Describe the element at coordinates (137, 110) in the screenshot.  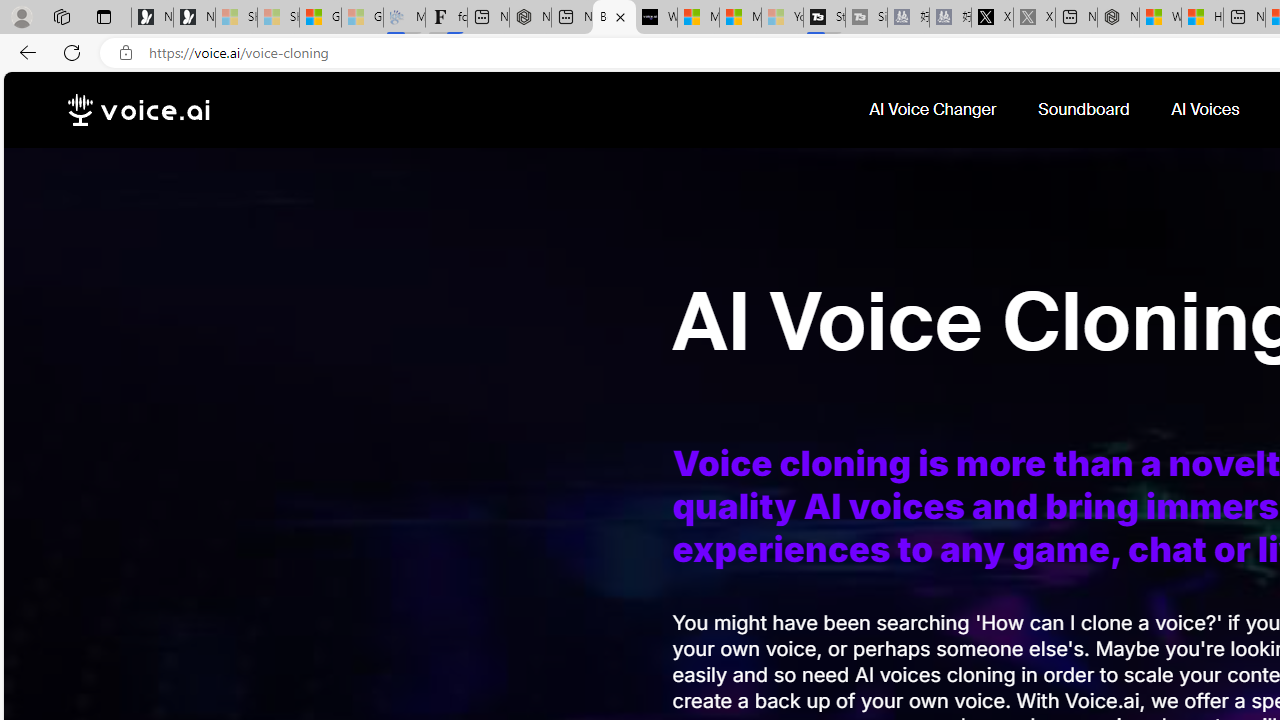
I see `'voice.ai'` at that location.